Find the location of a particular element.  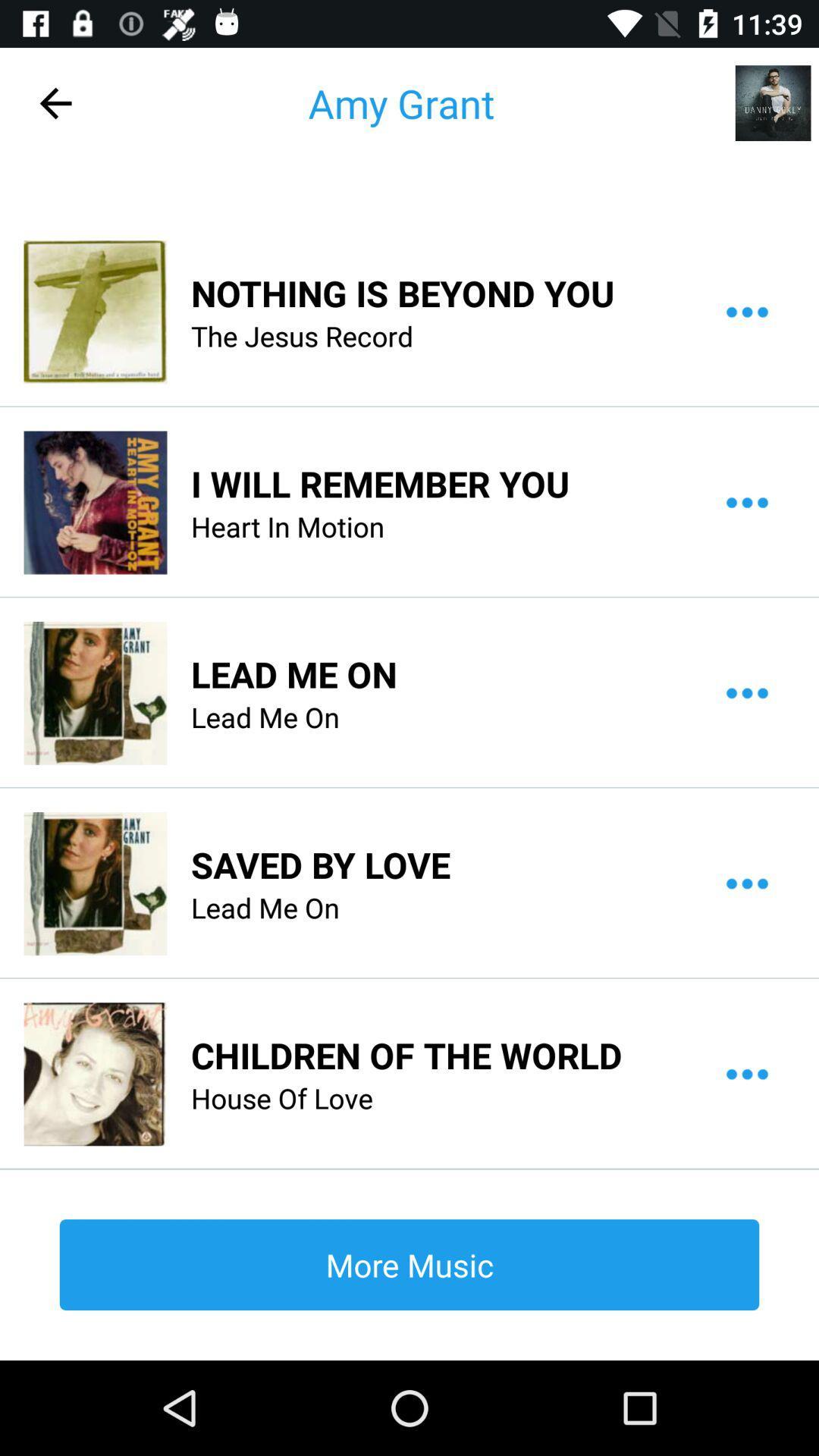

the more music item is located at coordinates (409, 1264).